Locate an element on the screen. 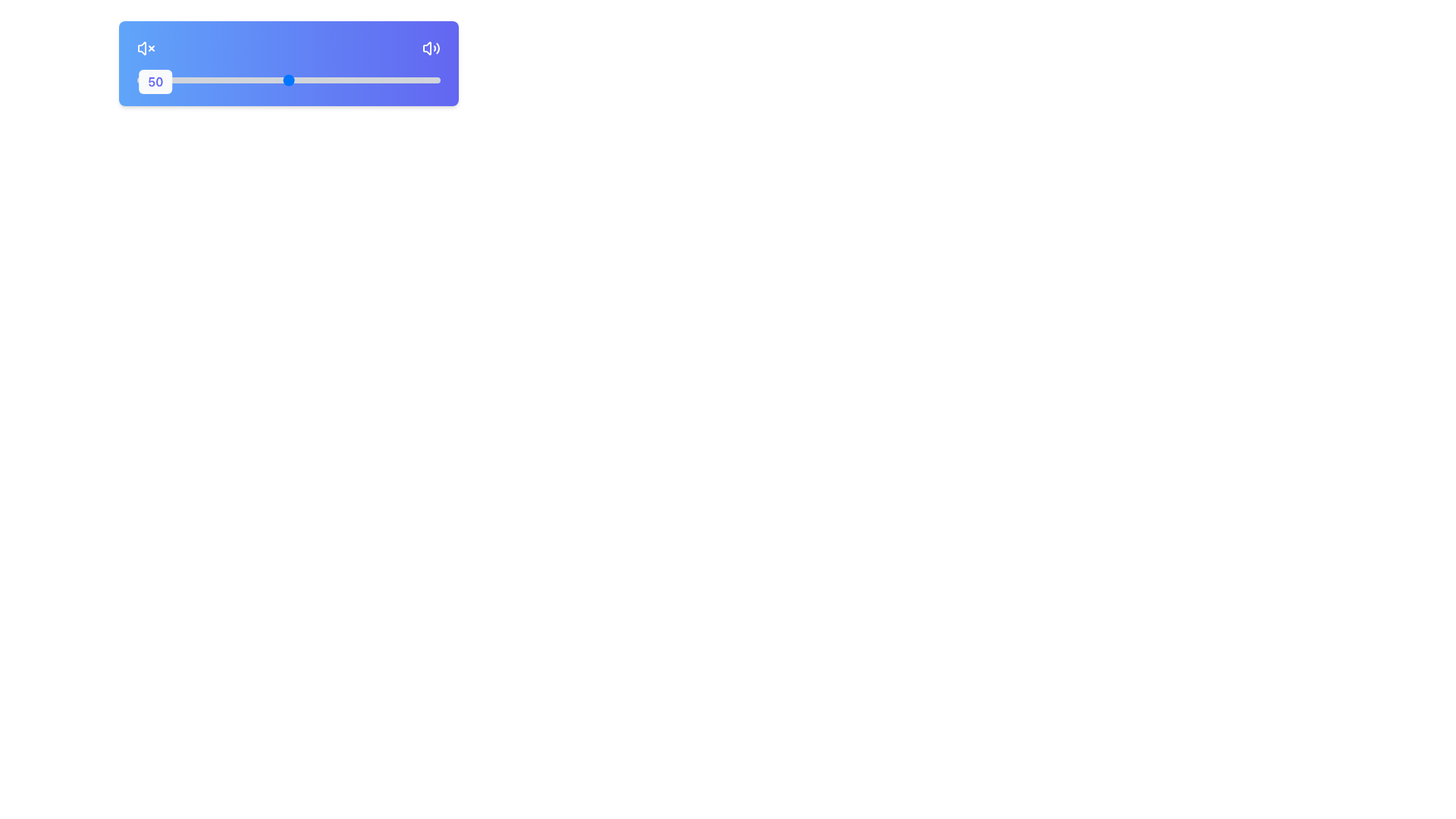  the slider is located at coordinates (161, 80).